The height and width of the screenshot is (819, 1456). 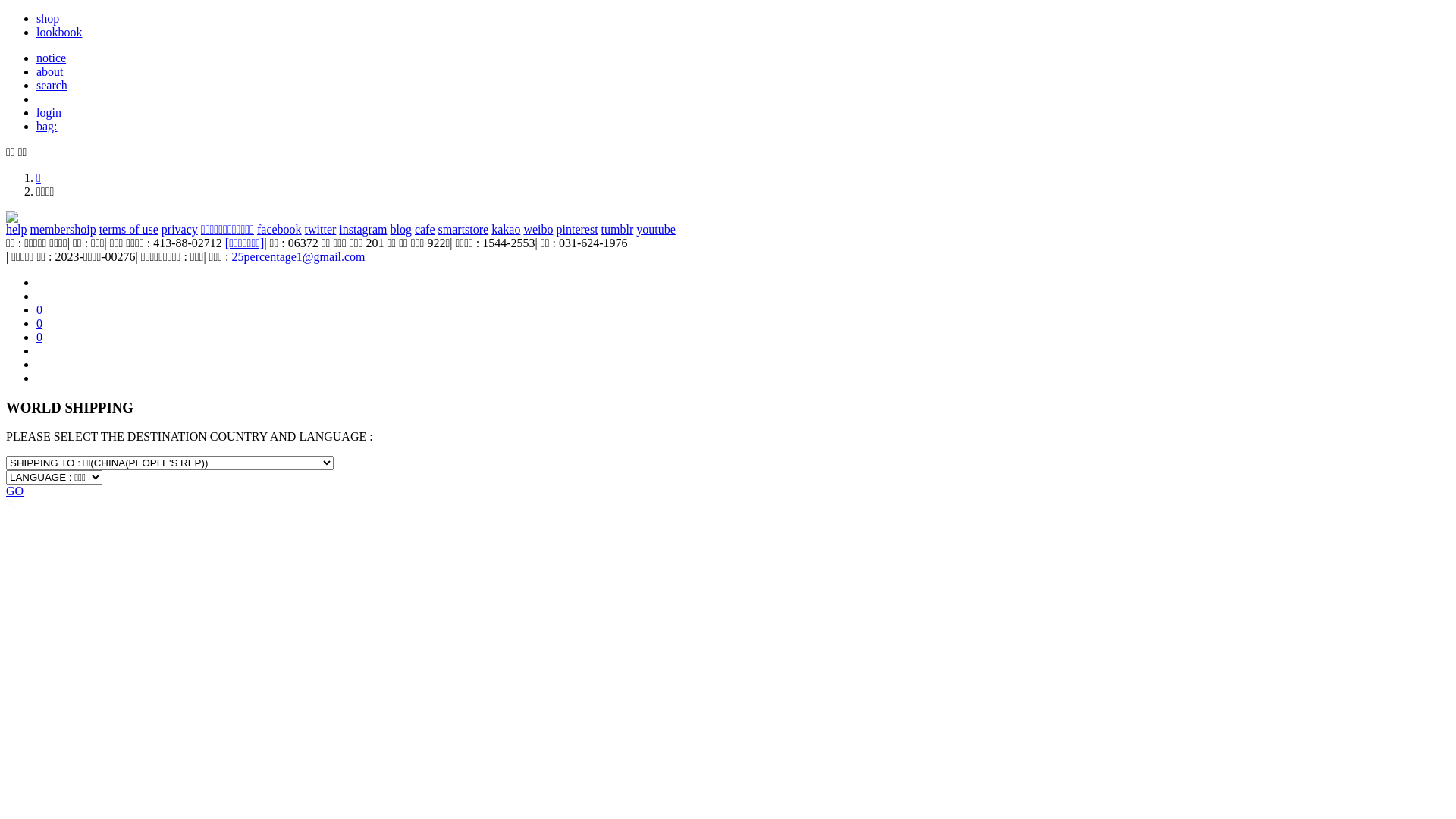 I want to click on 'lookbook', so click(x=58, y=32).